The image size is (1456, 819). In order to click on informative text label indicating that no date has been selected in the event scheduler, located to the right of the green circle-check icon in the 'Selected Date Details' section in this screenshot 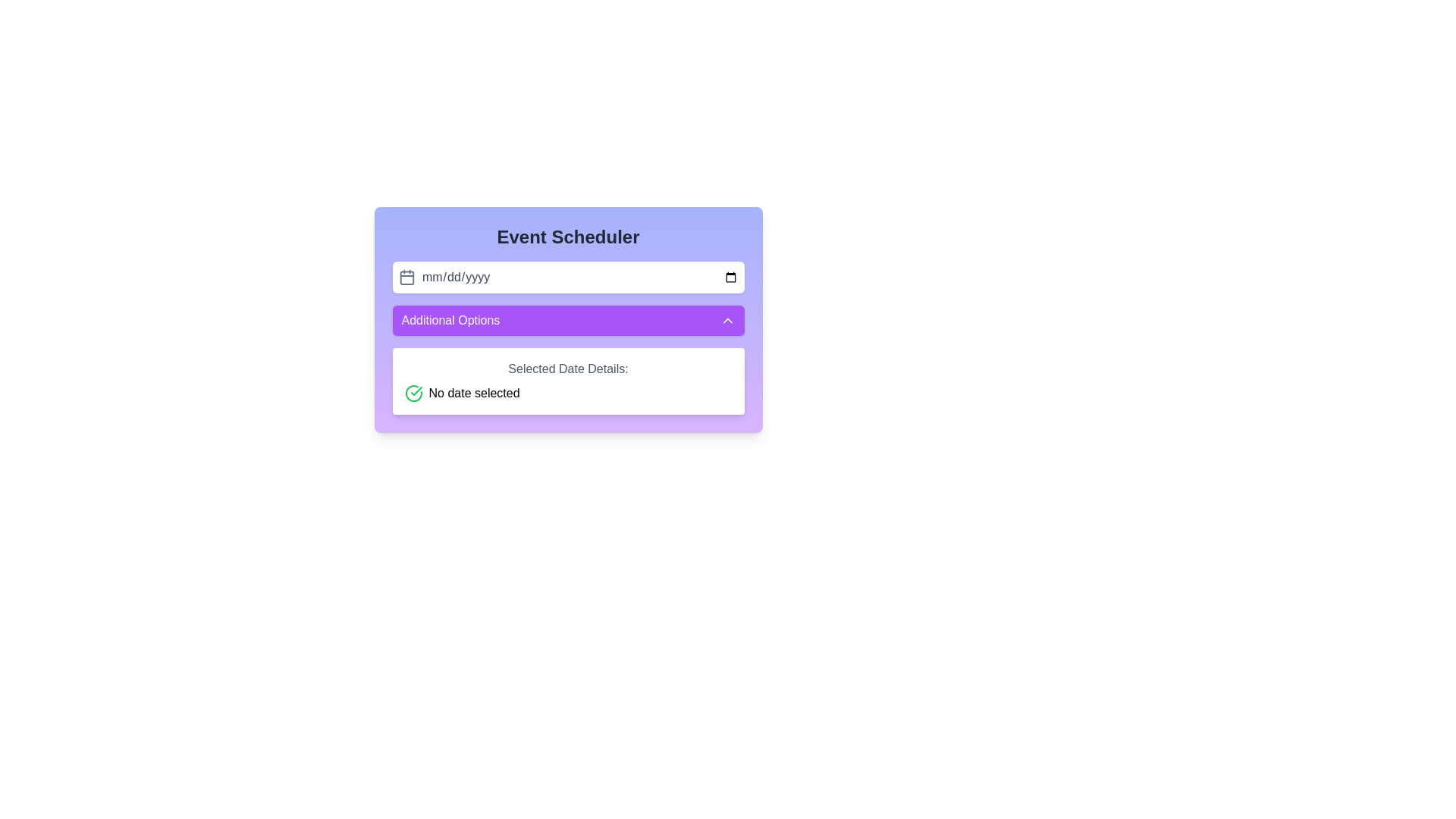, I will do `click(473, 393)`.